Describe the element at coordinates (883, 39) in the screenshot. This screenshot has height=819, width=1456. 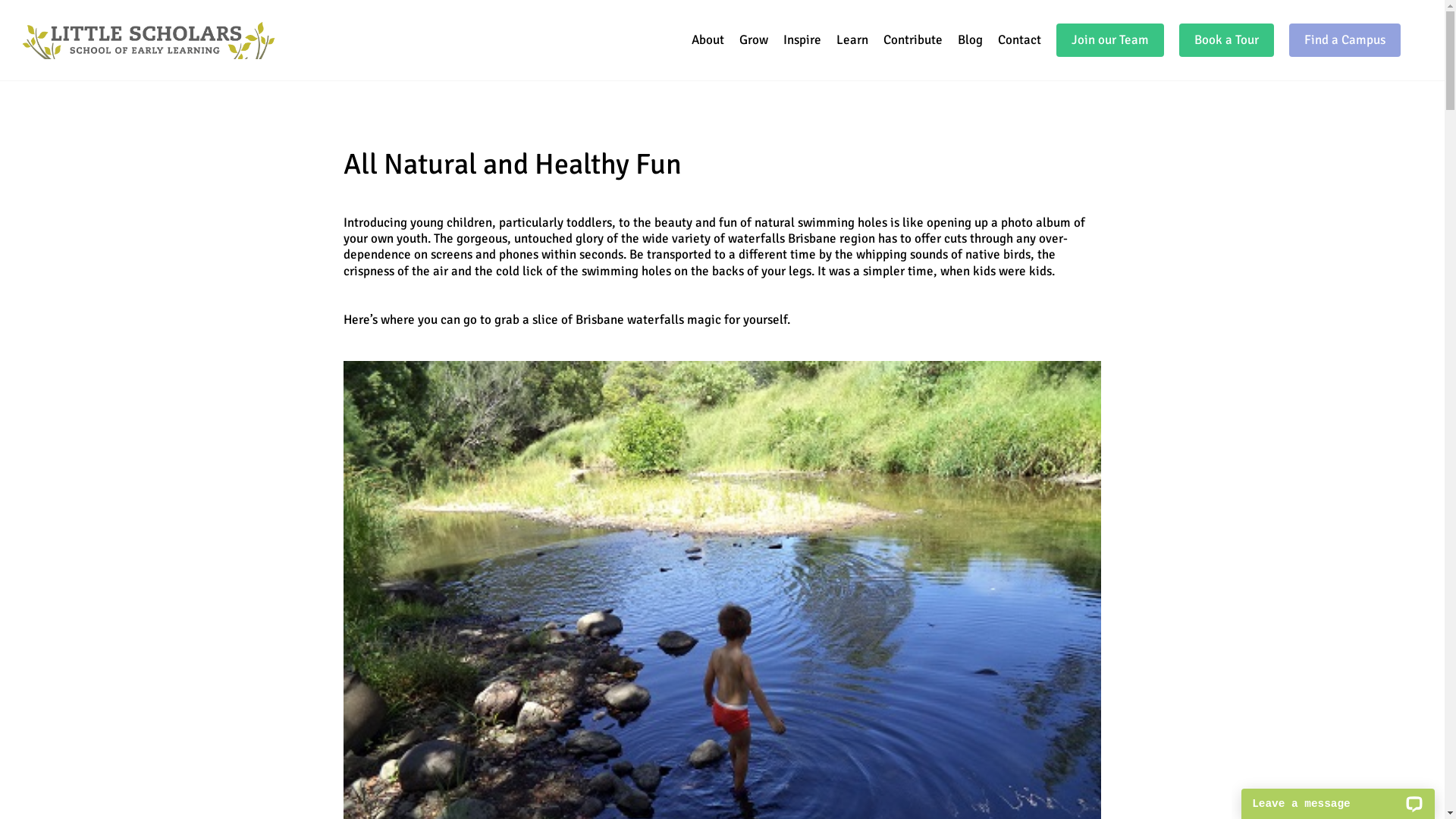
I see `'Contribute'` at that location.